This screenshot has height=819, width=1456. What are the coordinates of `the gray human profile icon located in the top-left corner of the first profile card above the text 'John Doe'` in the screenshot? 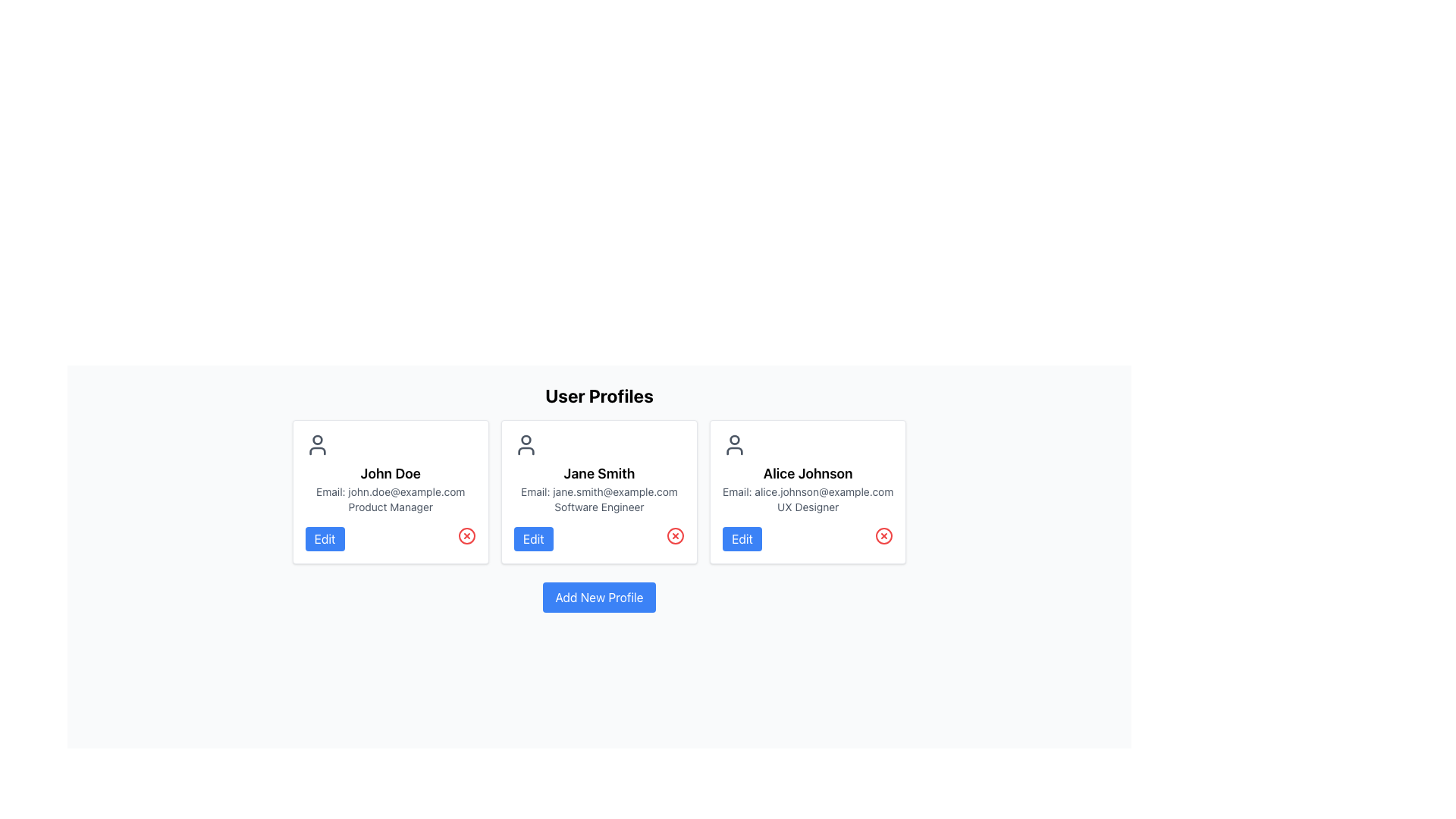 It's located at (316, 444).